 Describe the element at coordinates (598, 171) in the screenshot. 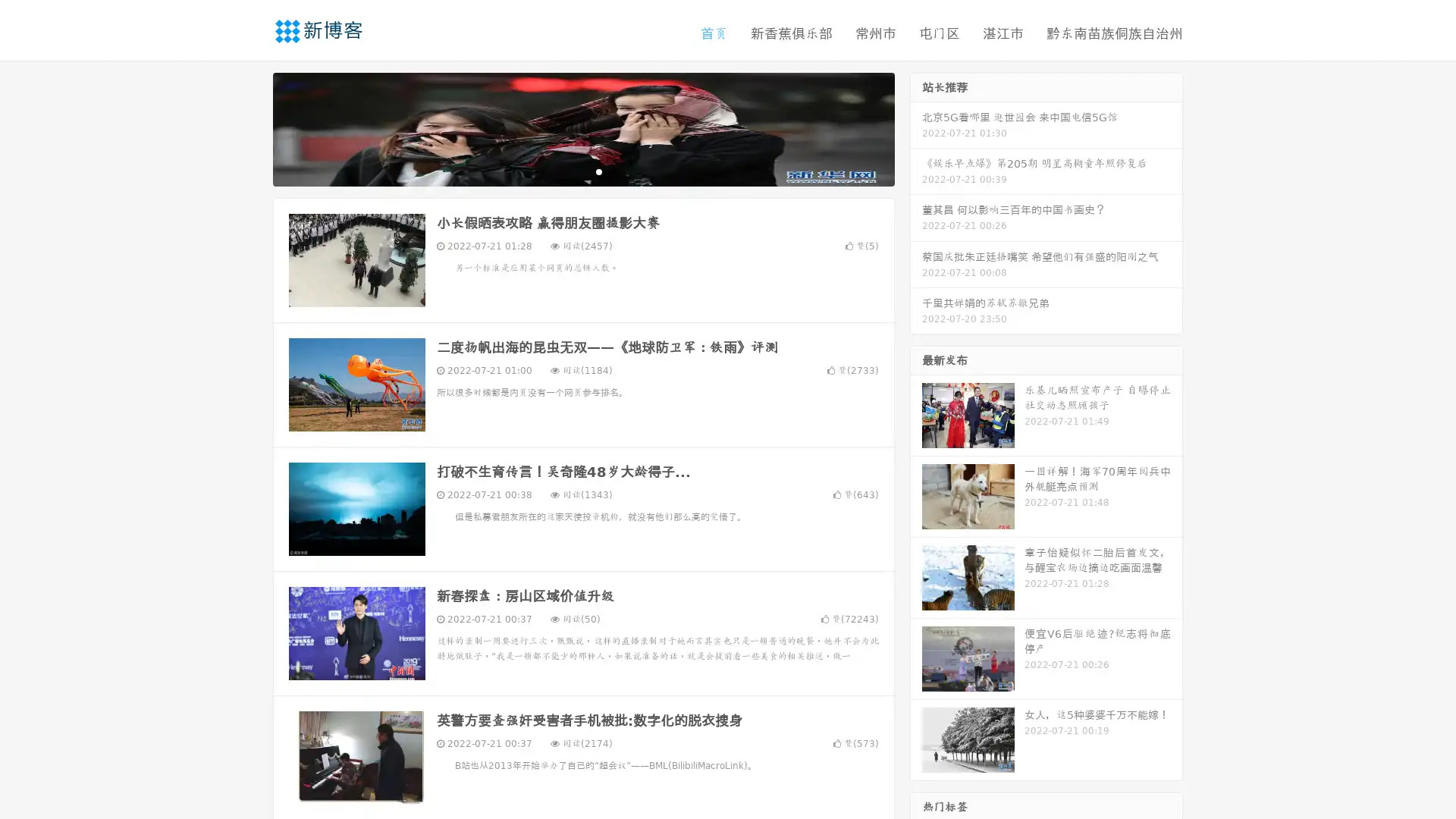

I see `Go to slide 3` at that location.